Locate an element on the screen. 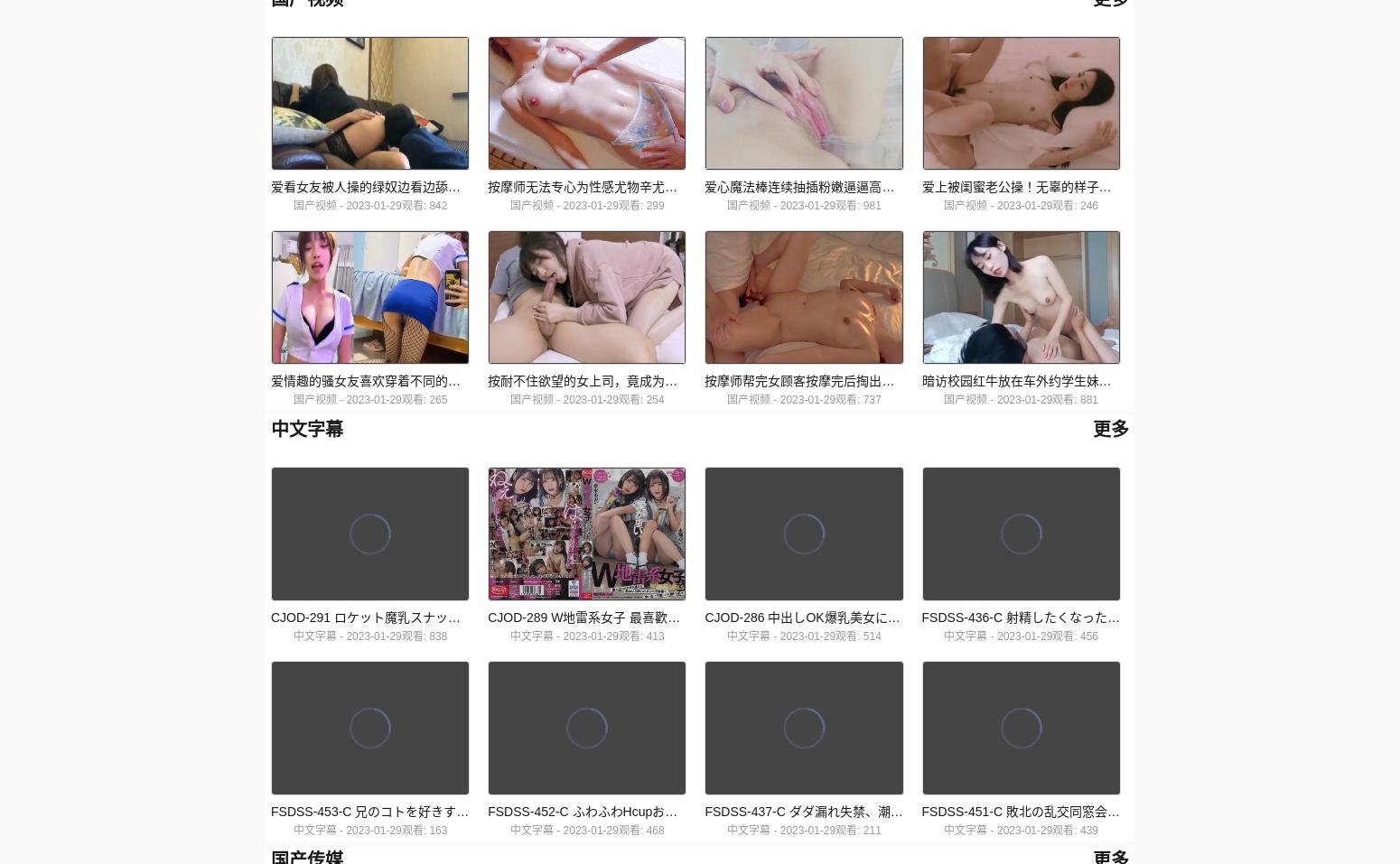  '2023-01-29观看: 881' is located at coordinates (1046, 398).